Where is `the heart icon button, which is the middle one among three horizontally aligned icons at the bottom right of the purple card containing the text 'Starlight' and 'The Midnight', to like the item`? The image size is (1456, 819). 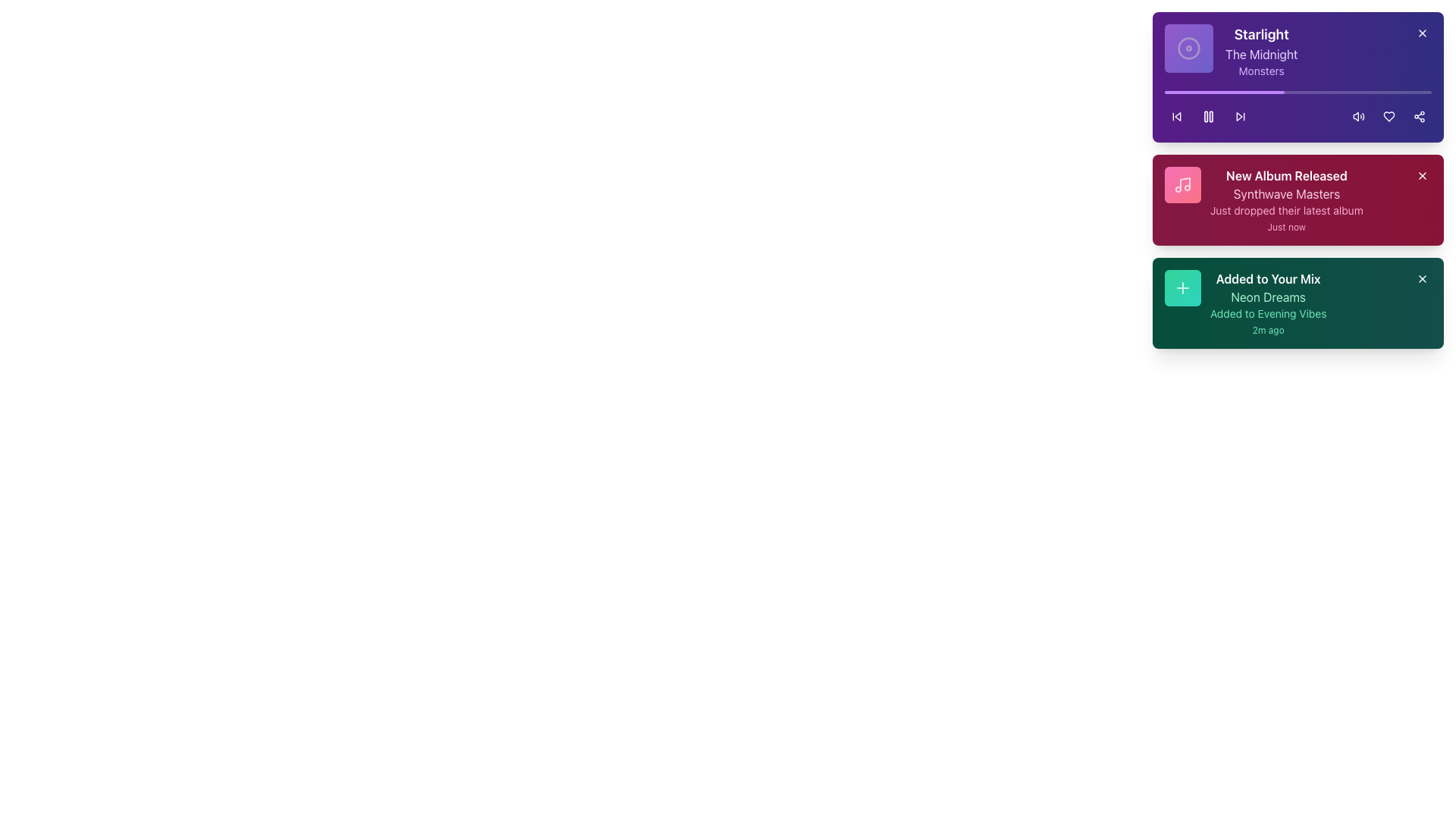 the heart icon button, which is the middle one among three horizontally aligned icons at the bottom right of the purple card containing the text 'Starlight' and 'The Midnight', to like the item is located at coordinates (1389, 116).